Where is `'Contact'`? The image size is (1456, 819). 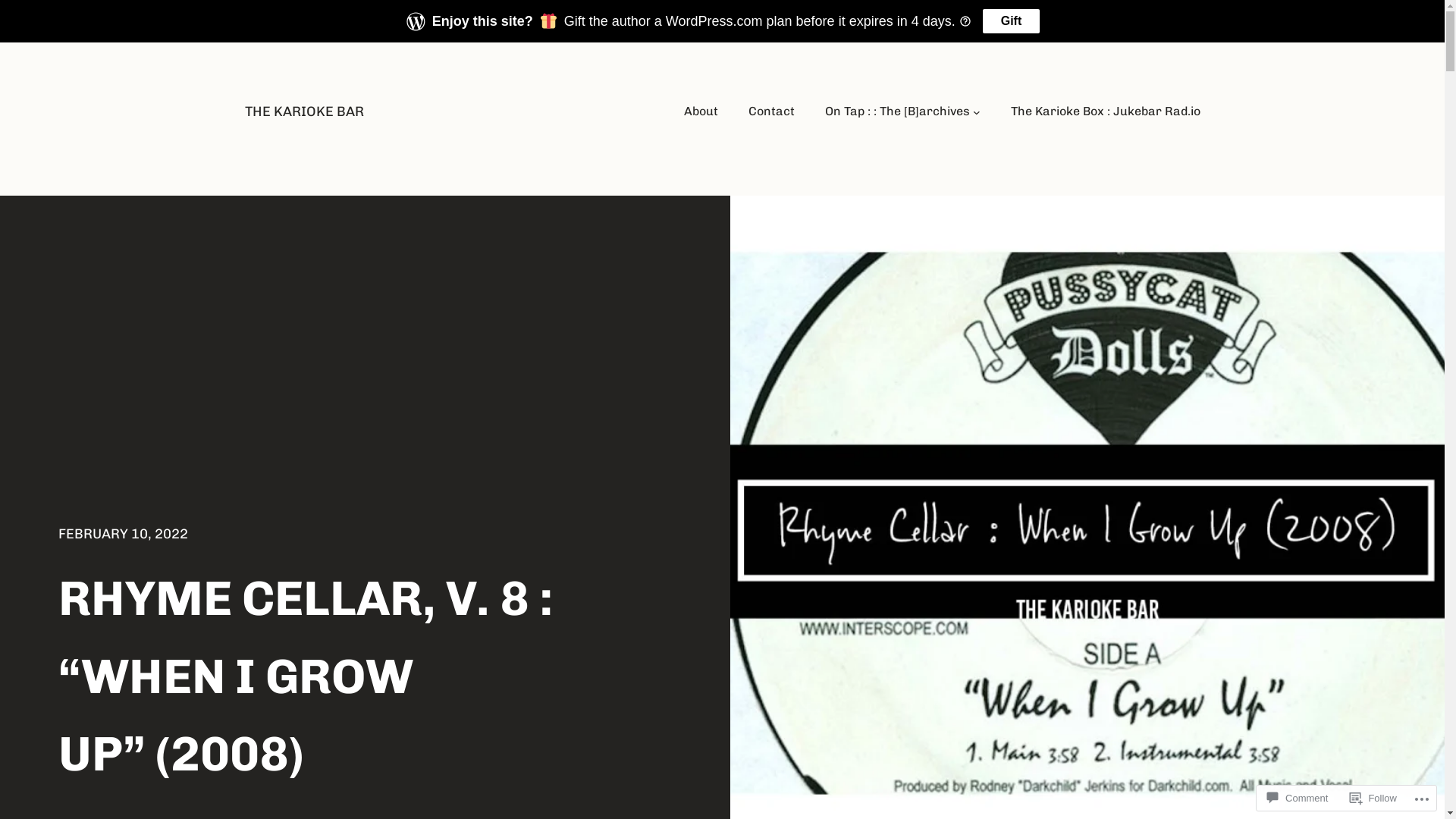 'Contact' is located at coordinates (771, 110).